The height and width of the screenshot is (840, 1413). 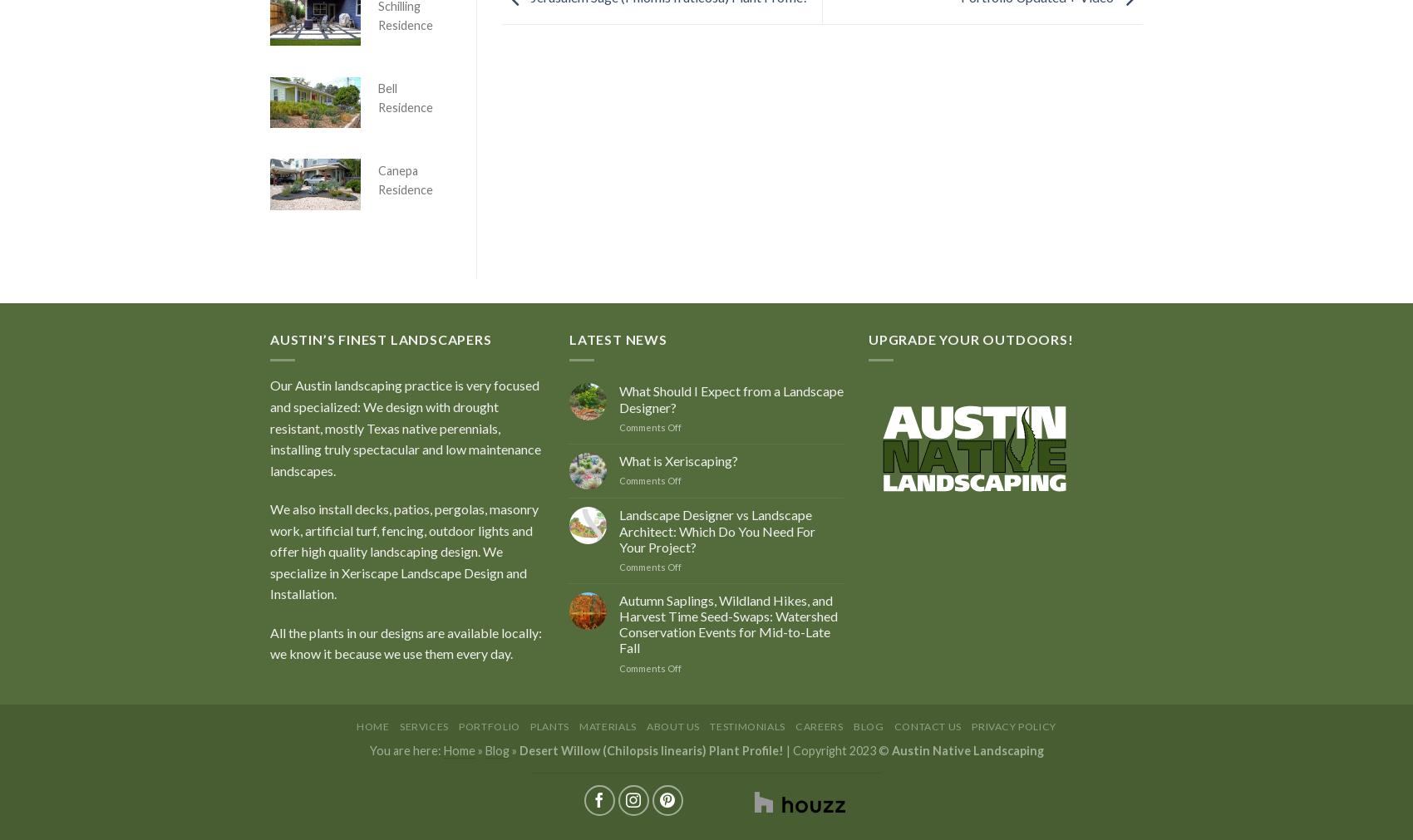 I want to click on 'Portfolio', so click(x=457, y=725).